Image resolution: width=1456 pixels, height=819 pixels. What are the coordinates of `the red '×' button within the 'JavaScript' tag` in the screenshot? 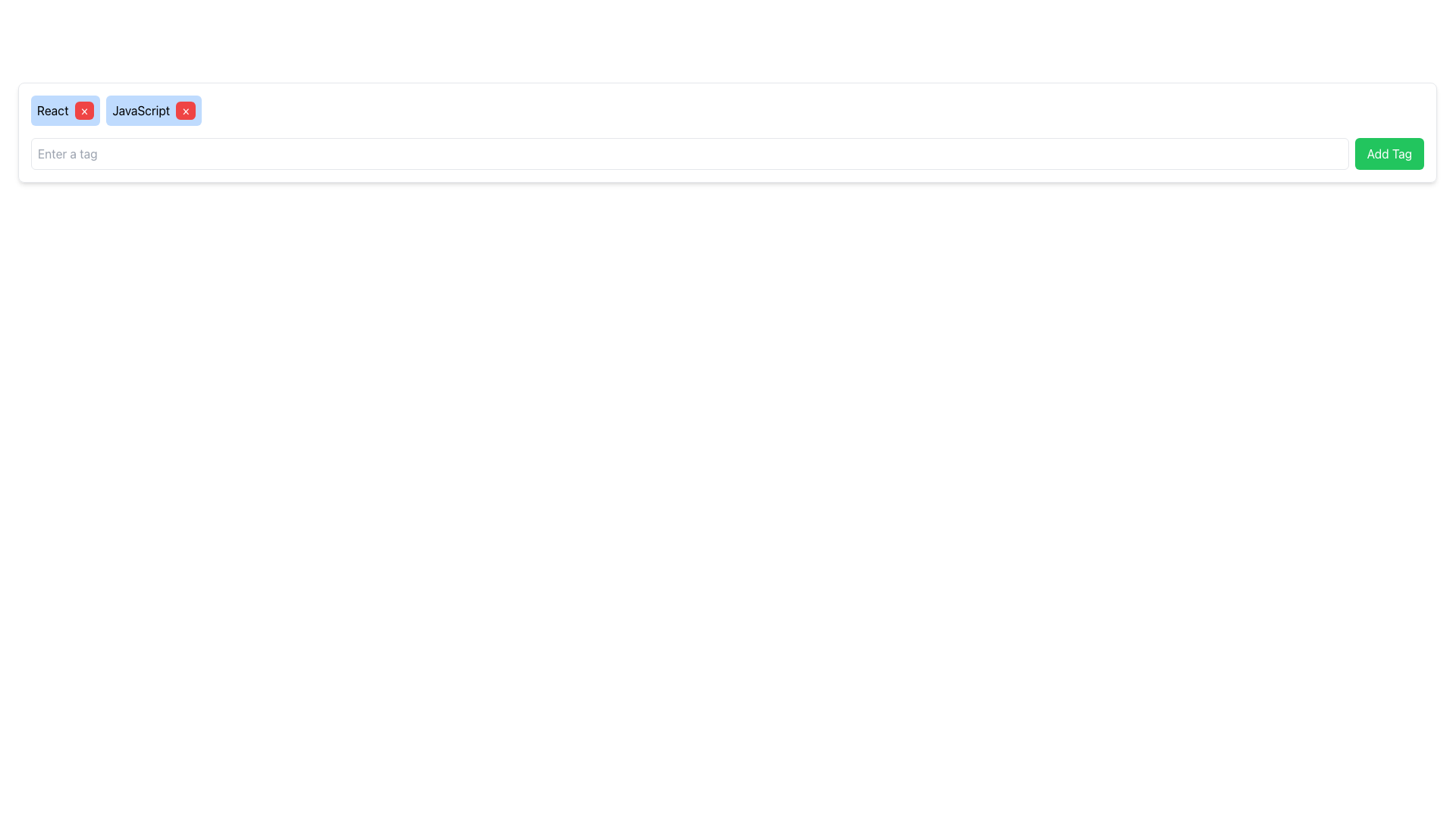 It's located at (154, 110).